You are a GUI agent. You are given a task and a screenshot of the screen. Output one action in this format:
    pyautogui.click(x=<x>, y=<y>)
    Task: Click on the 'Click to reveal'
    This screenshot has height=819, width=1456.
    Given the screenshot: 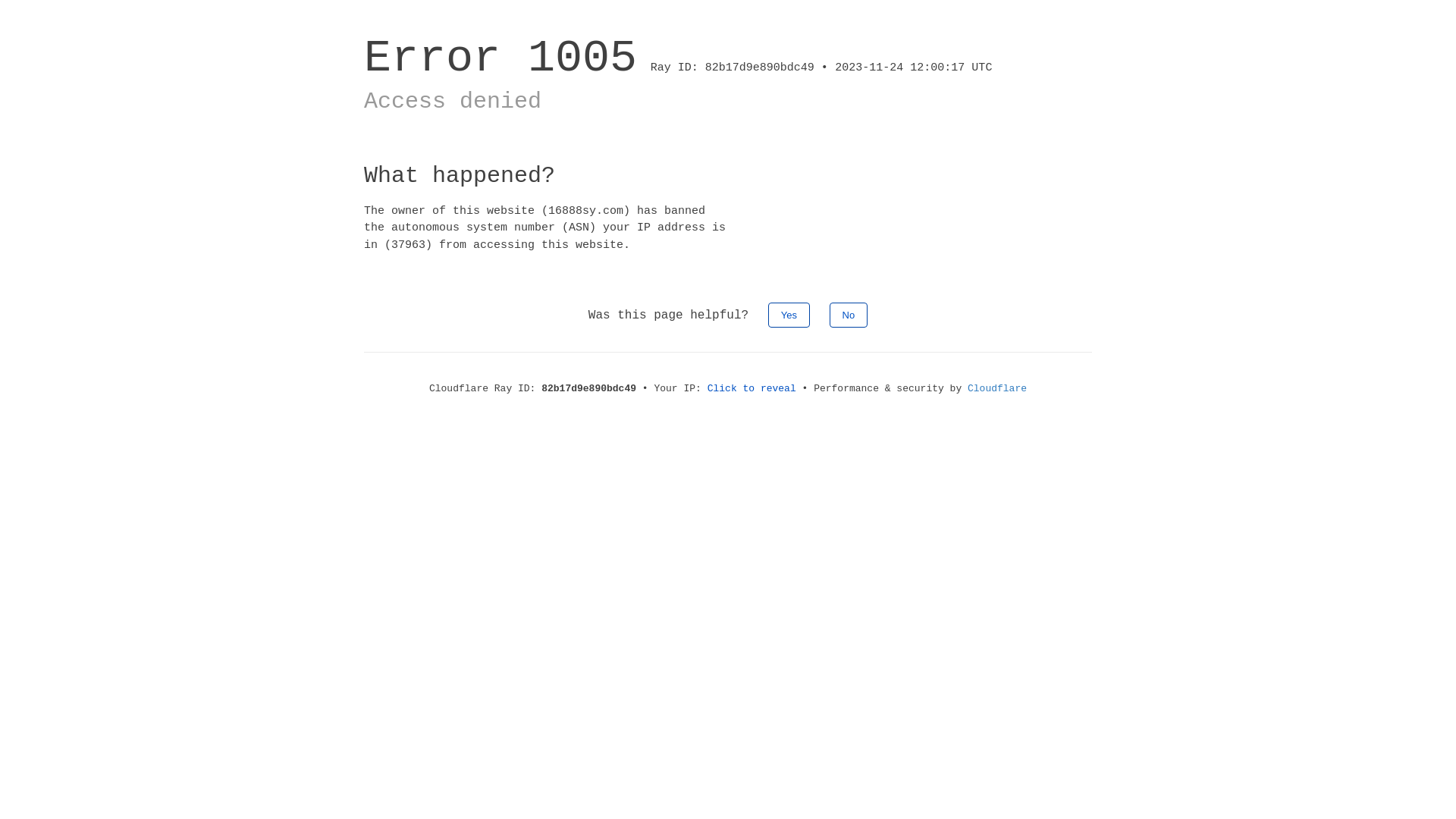 What is the action you would take?
    pyautogui.click(x=752, y=388)
    